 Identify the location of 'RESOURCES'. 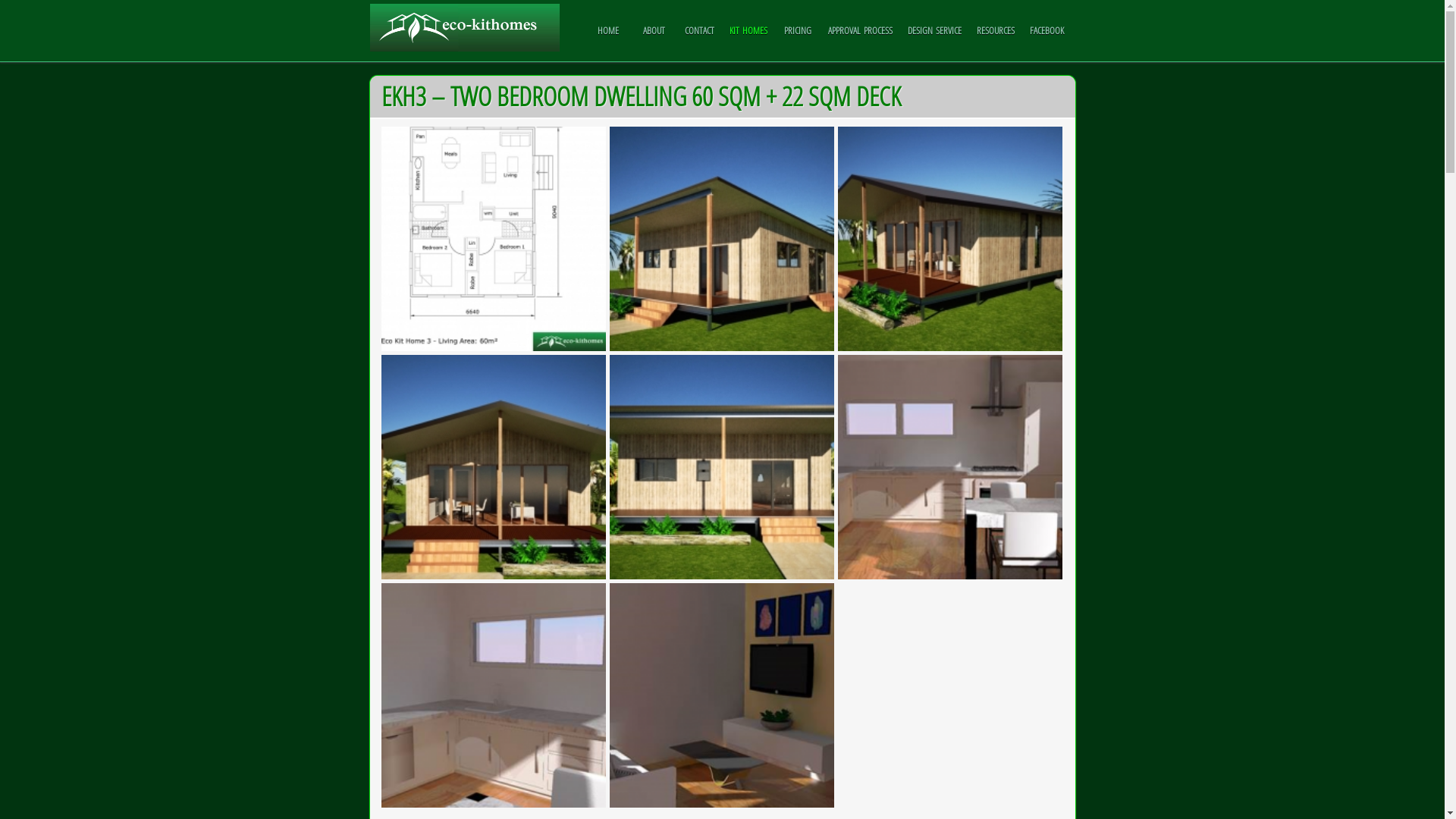
(996, 30).